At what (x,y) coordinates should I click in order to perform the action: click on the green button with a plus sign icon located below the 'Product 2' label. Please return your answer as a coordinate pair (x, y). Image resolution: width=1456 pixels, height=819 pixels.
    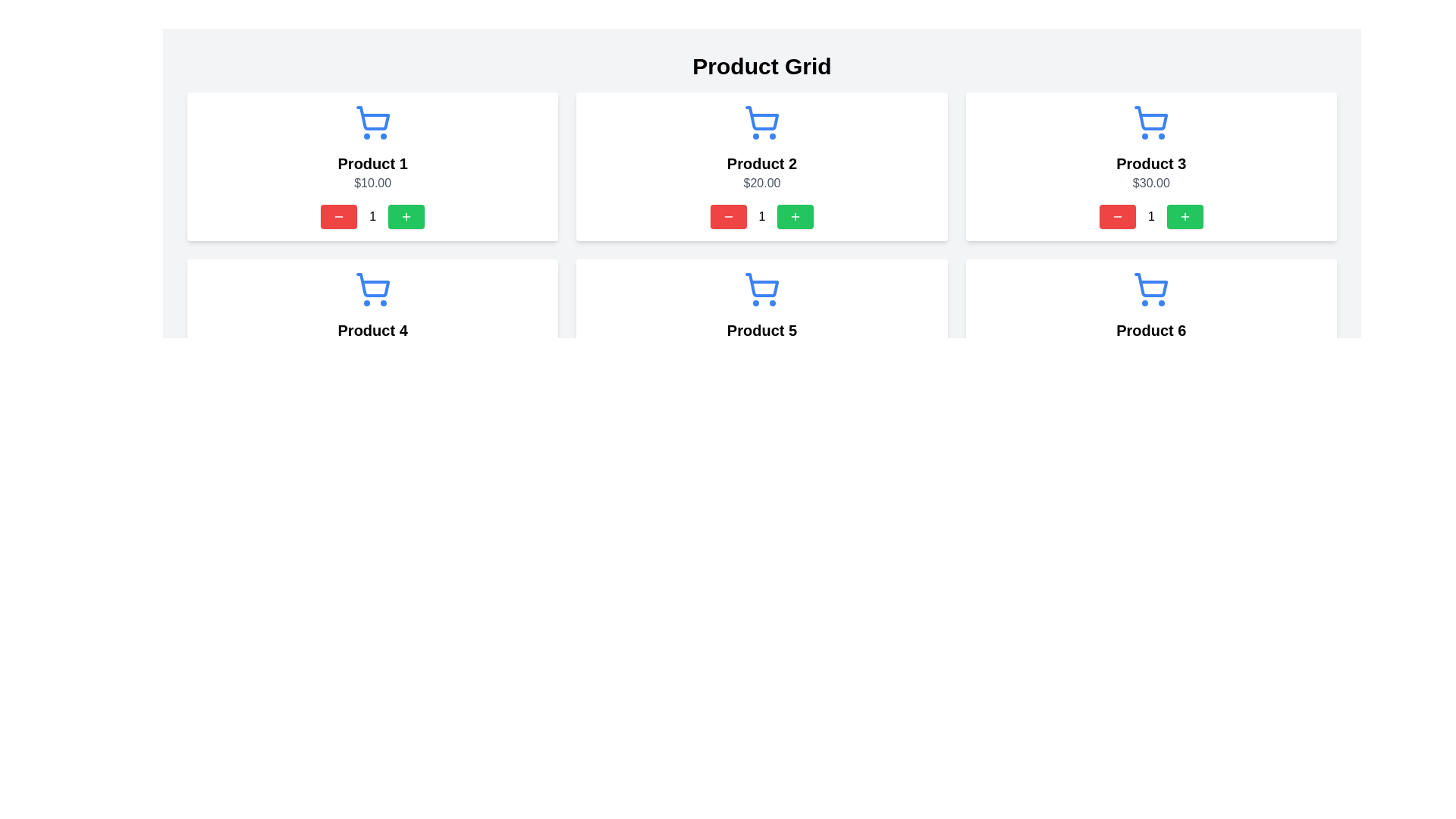
    Looking at the image, I should click on (795, 216).